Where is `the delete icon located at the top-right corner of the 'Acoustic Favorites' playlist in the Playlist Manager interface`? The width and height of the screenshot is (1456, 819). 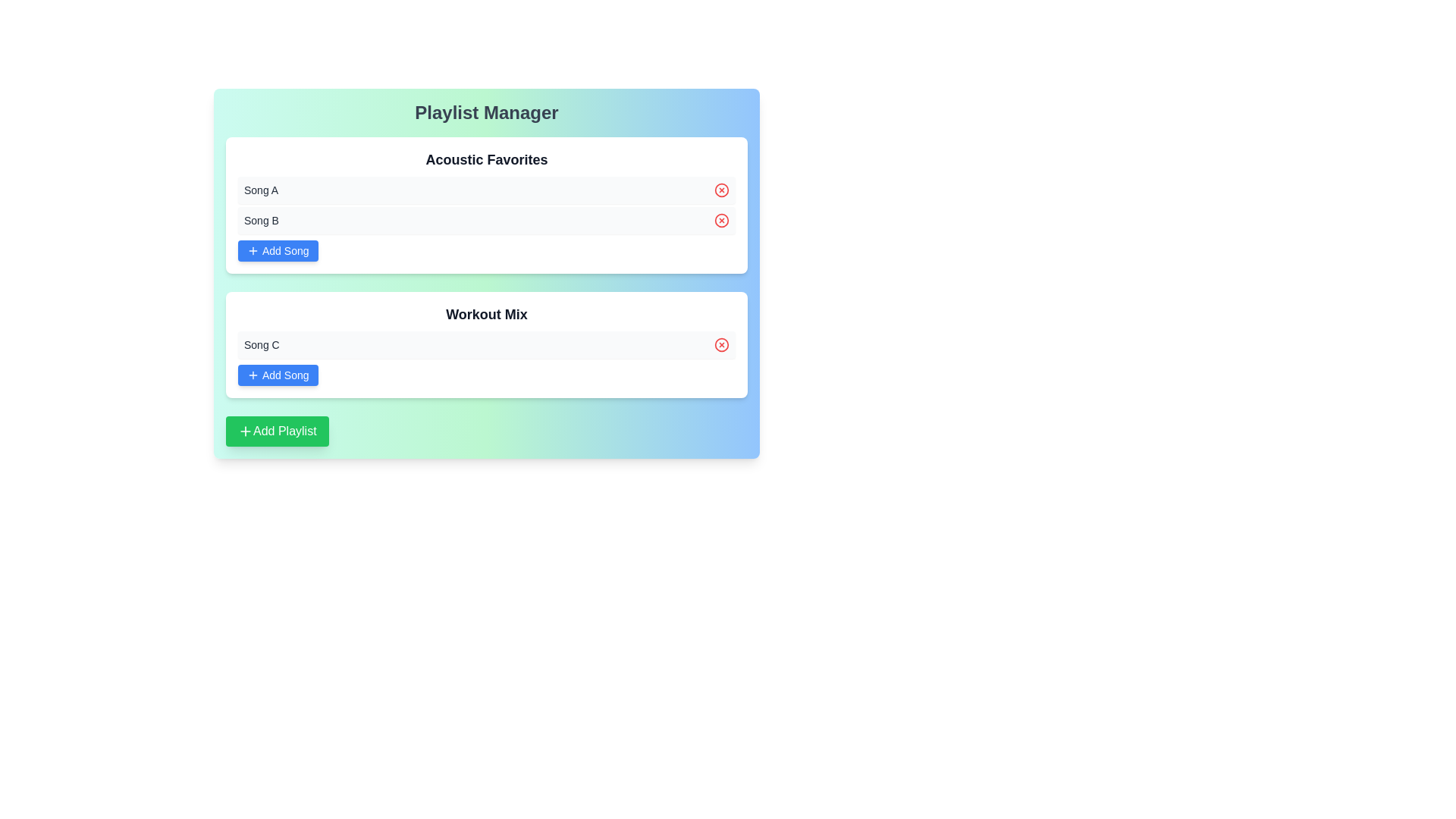
the delete icon located at the top-right corner of the 'Acoustic Favorites' playlist in the Playlist Manager interface is located at coordinates (720, 189).